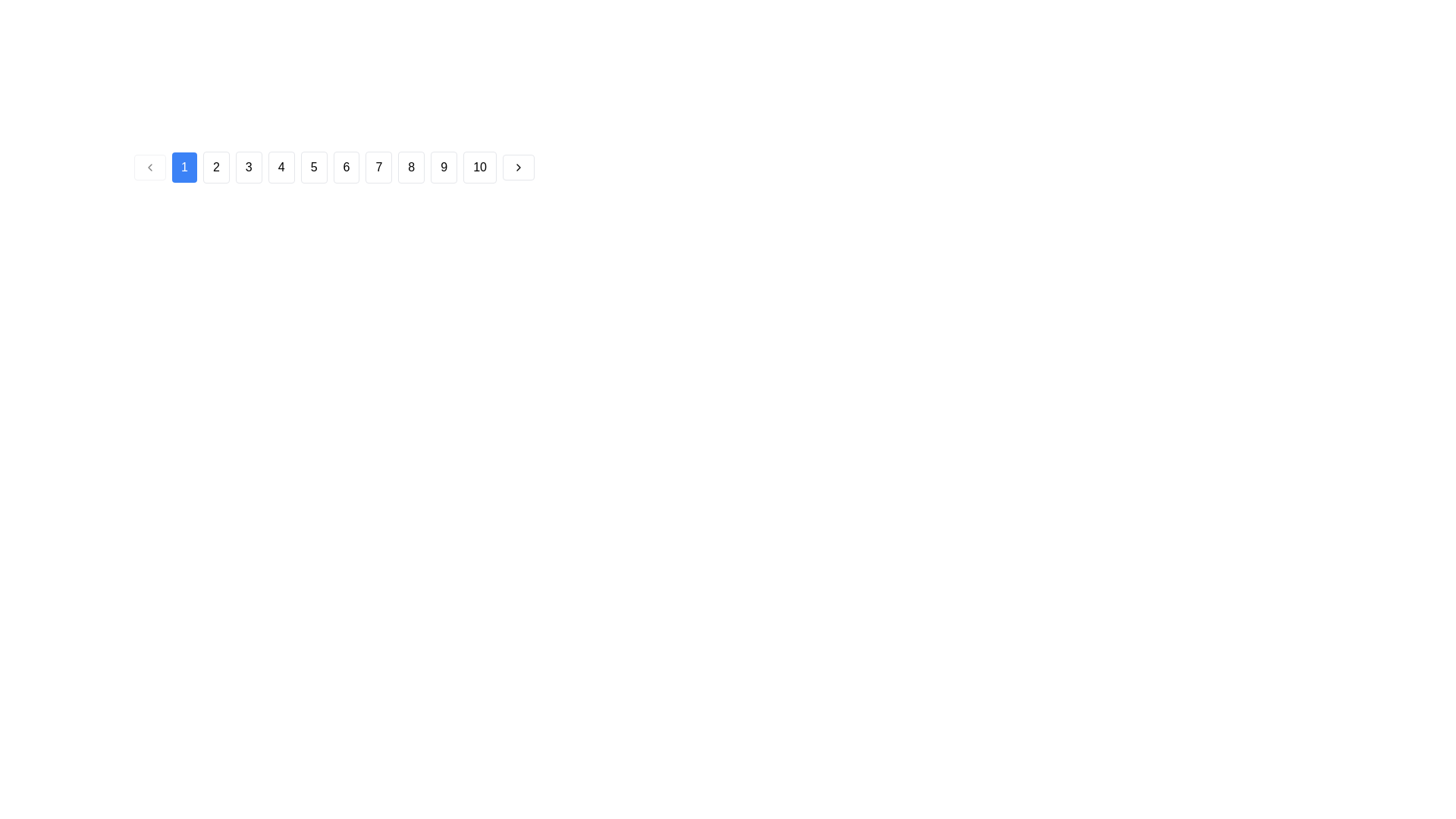  I want to click on the pagination button located at the end of a navigation bar, which allows proceeding to the next set of items, so click(518, 167).